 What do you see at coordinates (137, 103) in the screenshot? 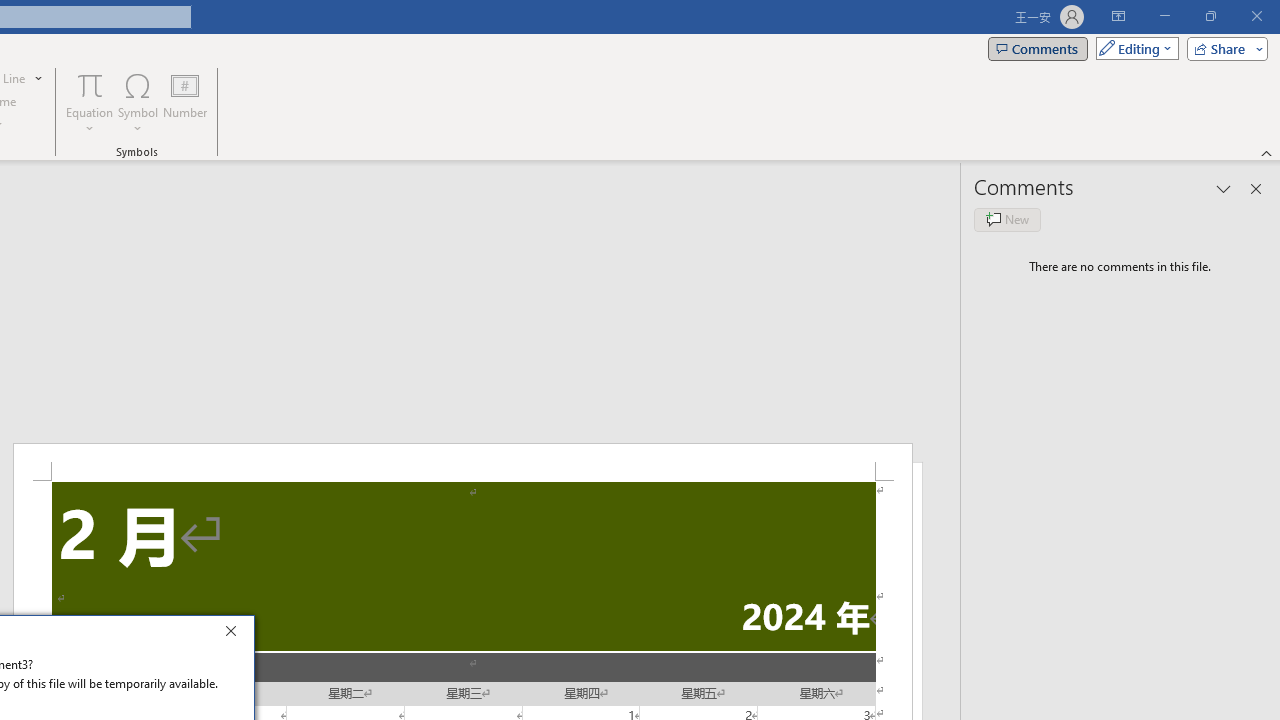
I see `'Symbol'` at bounding box center [137, 103].